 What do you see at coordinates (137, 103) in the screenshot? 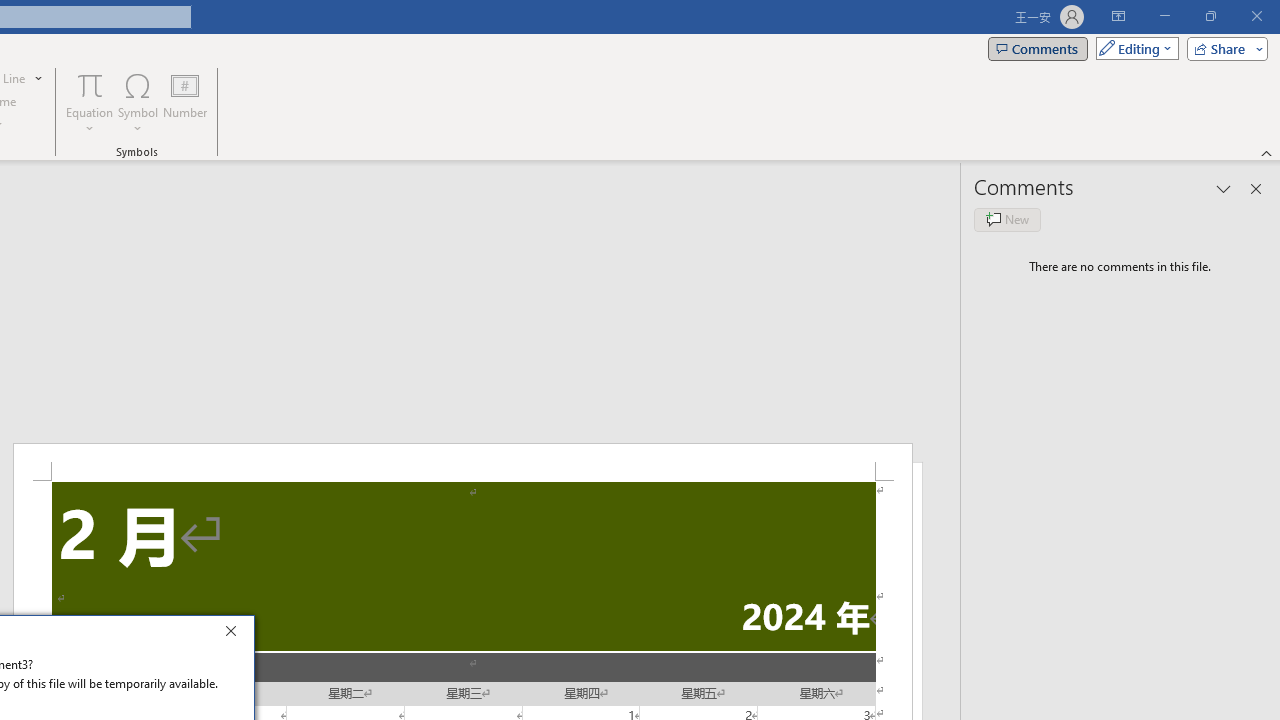
I see `'Symbol'` at bounding box center [137, 103].